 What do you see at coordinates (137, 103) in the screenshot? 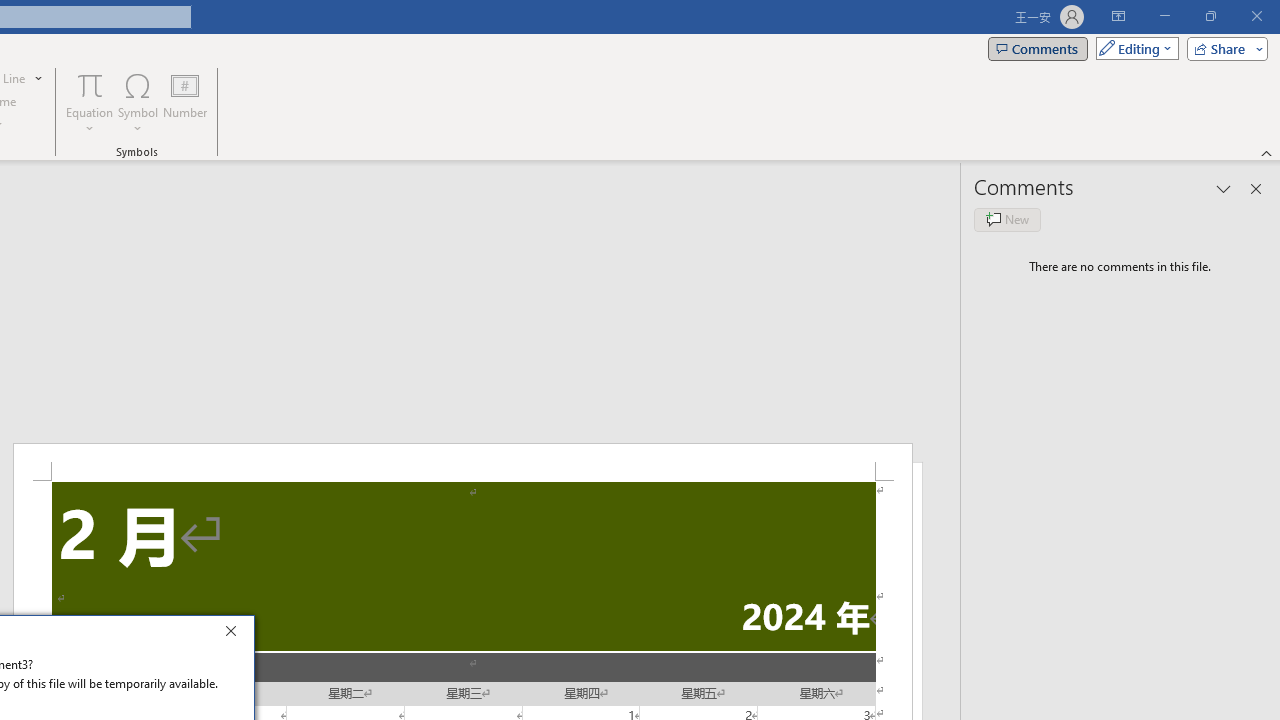
I see `'Symbol'` at bounding box center [137, 103].